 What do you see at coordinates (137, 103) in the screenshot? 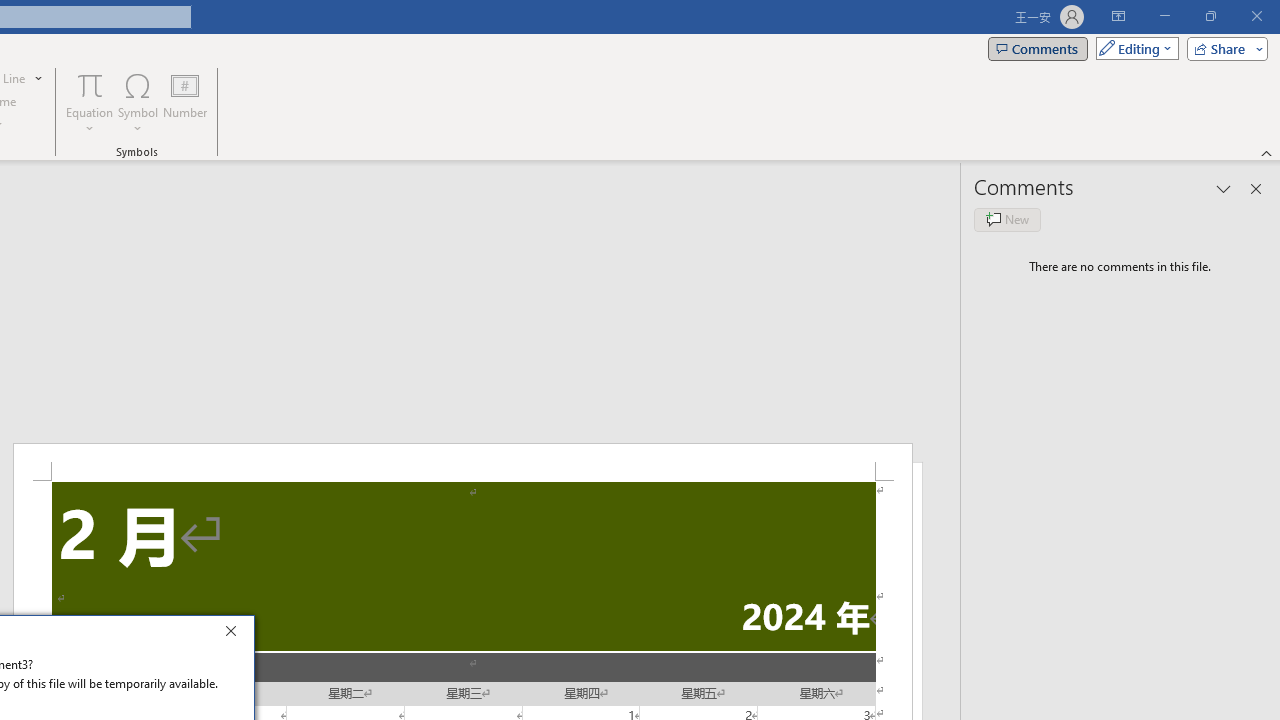
I see `'Symbol'` at bounding box center [137, 103].